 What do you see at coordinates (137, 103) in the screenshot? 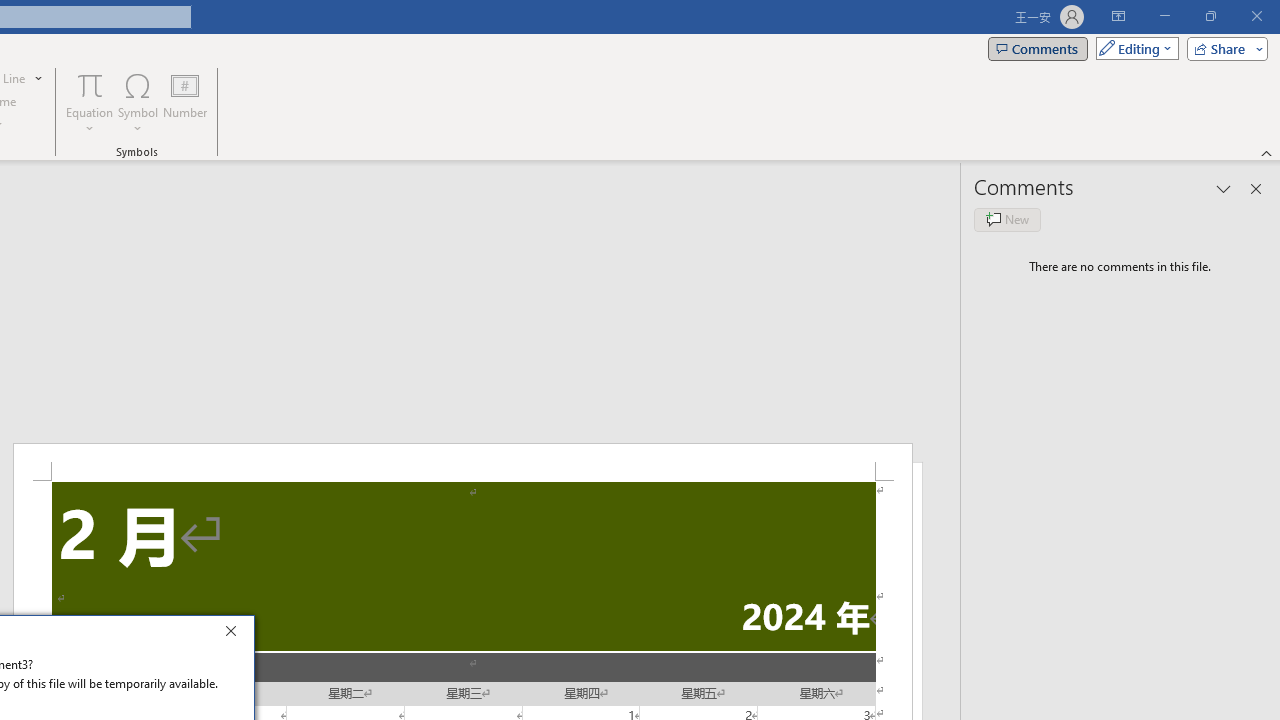
I see `'Symbol'` at bounding box center [137, 103].